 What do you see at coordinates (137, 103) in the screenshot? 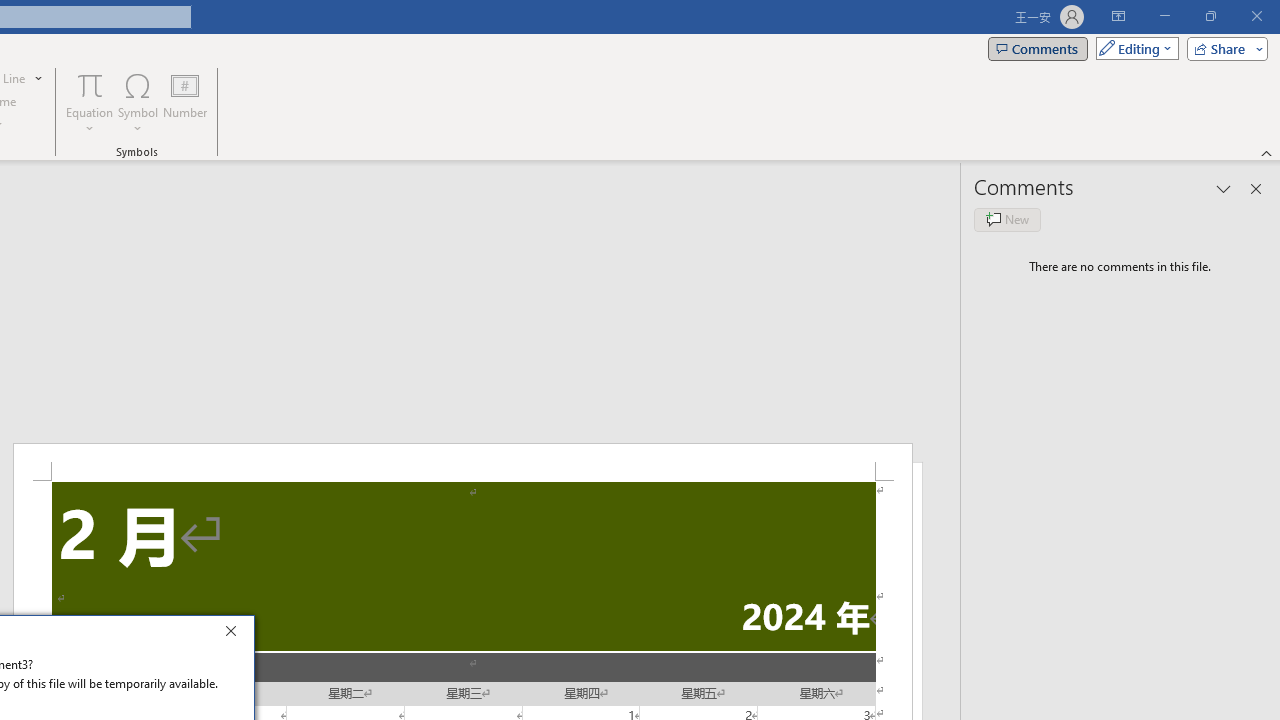
I see `'Symbol'` at bounding box center [137, 103].